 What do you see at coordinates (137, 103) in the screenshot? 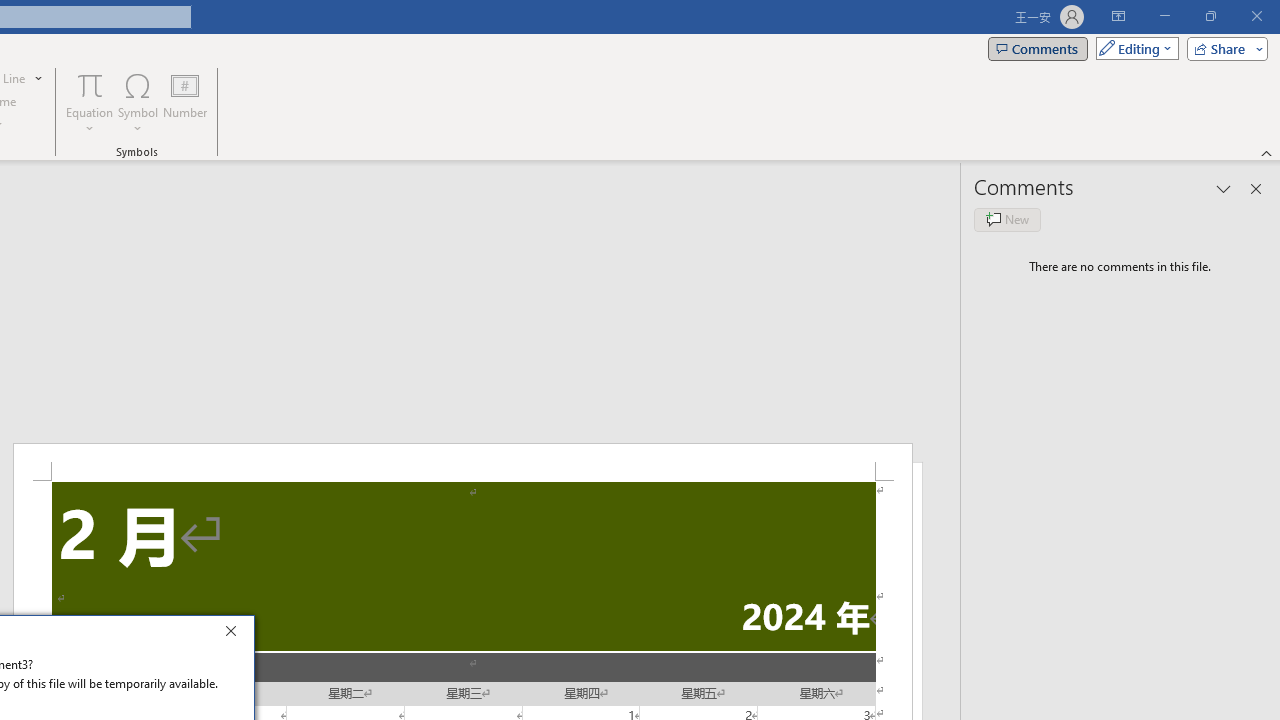
I see `'Symbol'` at bounding box center [137, 103].